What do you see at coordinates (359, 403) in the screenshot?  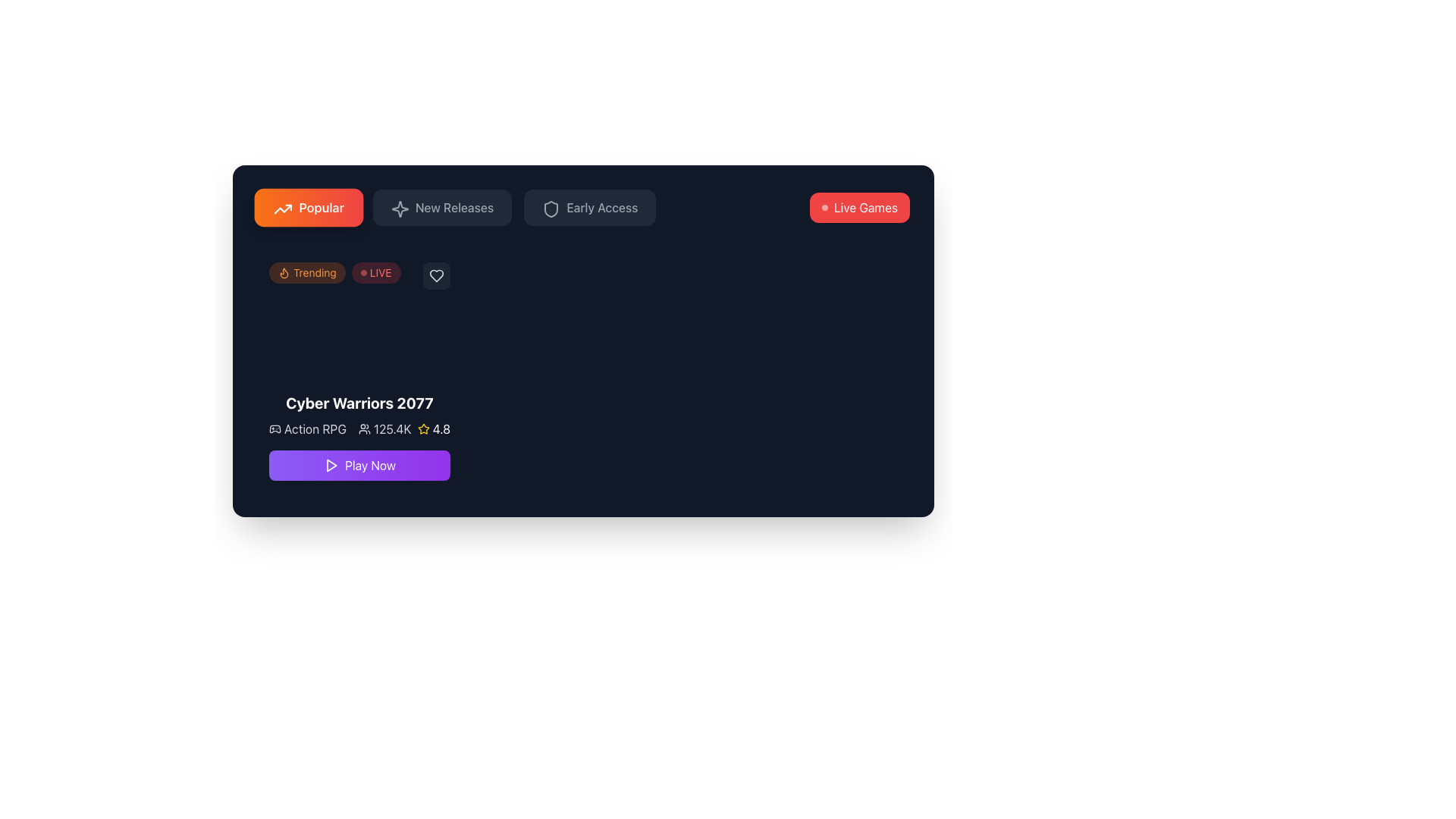 I see `the bold, white-colored text label stating 'Cyber Warriors 2077' located at the bottom-left of the card-like layout` at bounding box center [359, 403].